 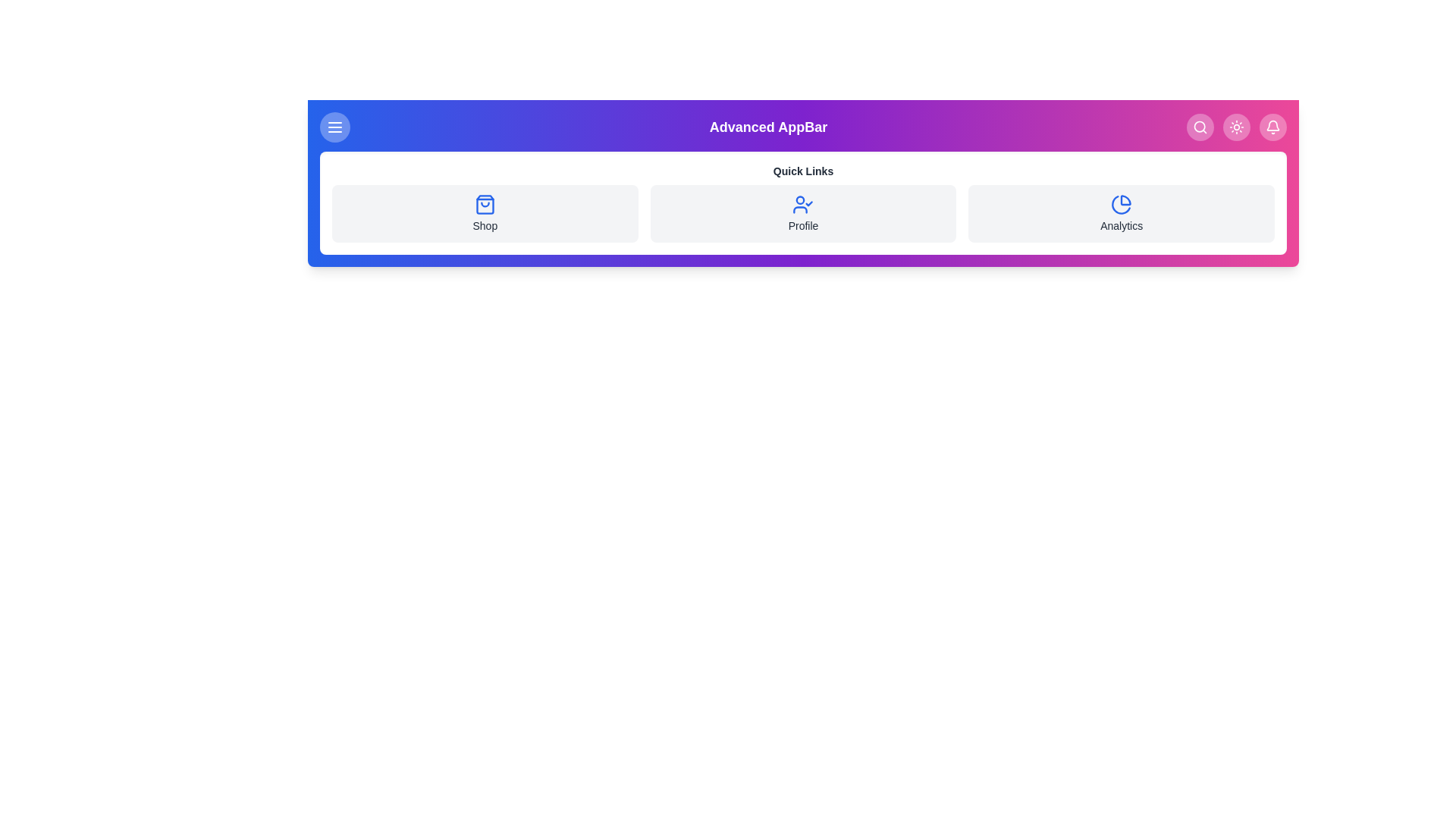 What do you see at coordinates (334, 127) in the screenshot?
I see `the menu button to toggle the menu visibility` at bounding box center [334, 127].